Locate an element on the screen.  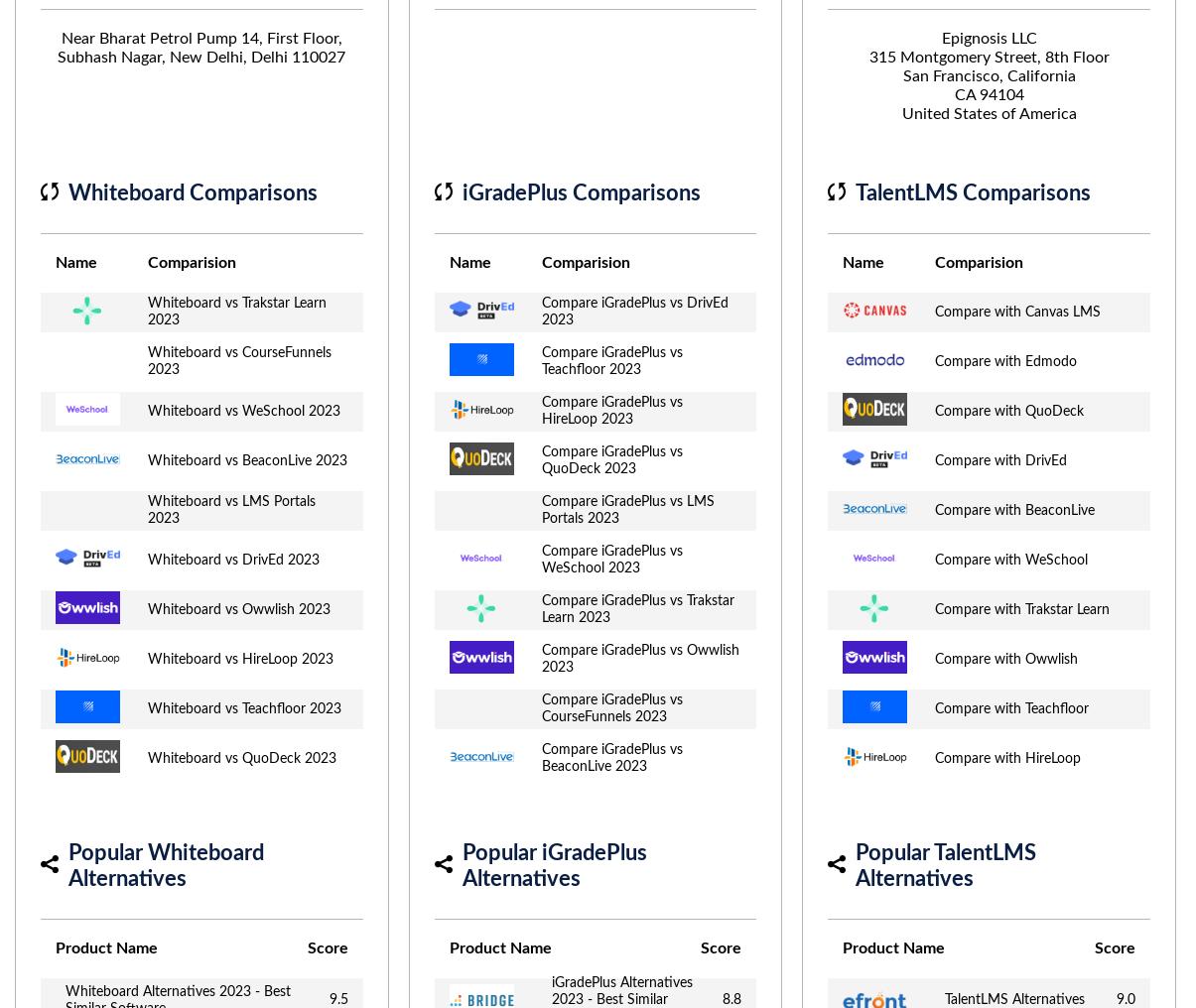
'Whiteboard vs CourseFunnels 2023' is located at coordinates (238, 361).